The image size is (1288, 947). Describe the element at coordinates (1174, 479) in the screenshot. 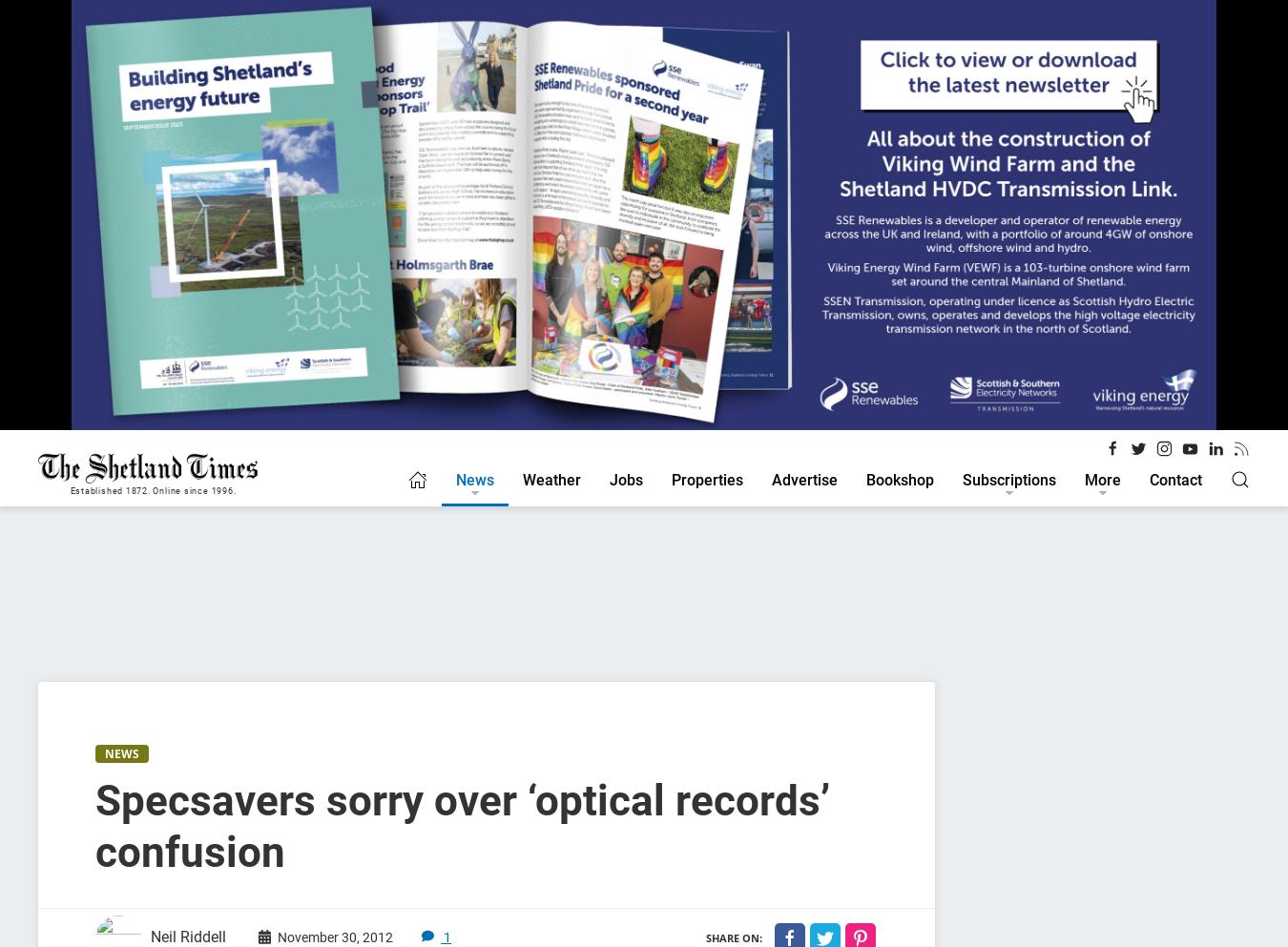

I see `'Contact'` at that location.